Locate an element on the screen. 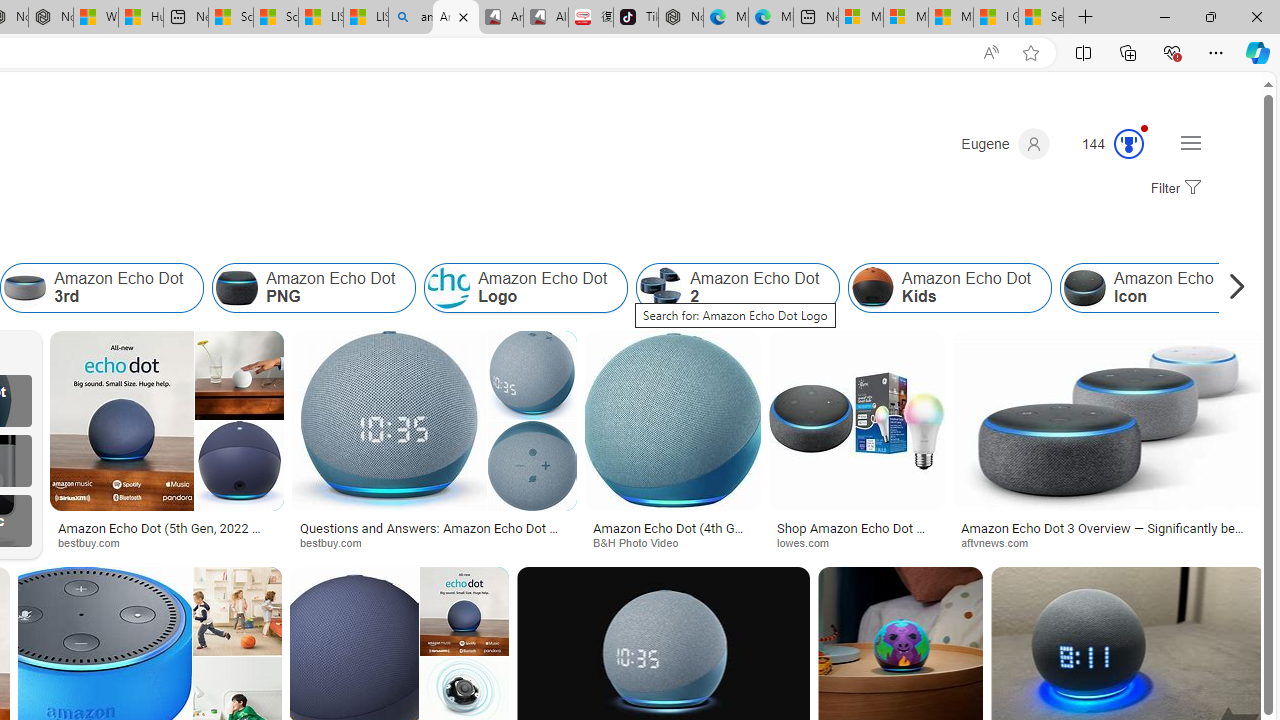 The image size is (1280, 720). 'Amazon Echo Dot 2' is located at coordinates (737, 288).